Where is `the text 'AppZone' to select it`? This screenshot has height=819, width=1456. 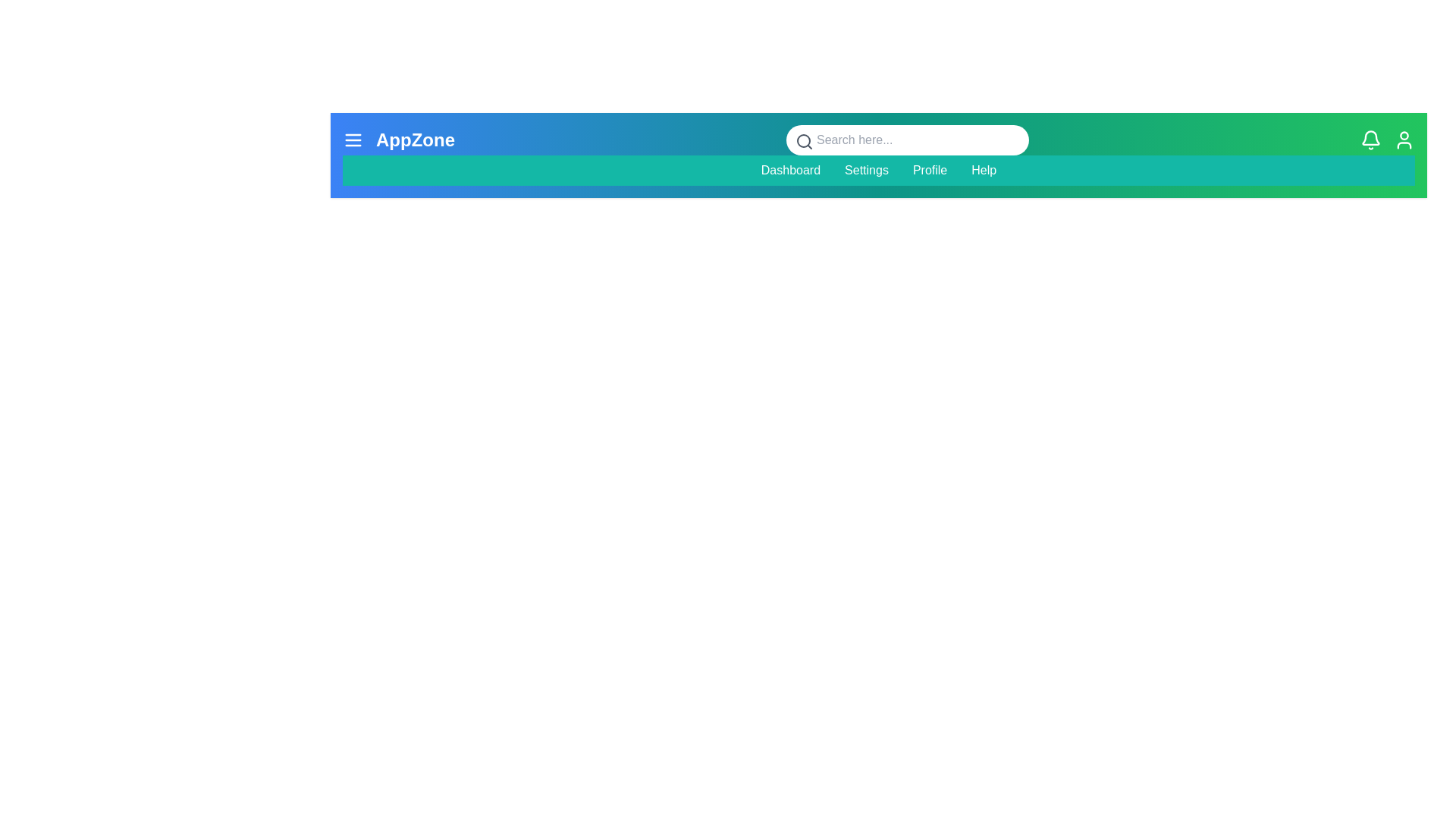
the text 'AppZone' to select it is located at coordinates (415, 140).